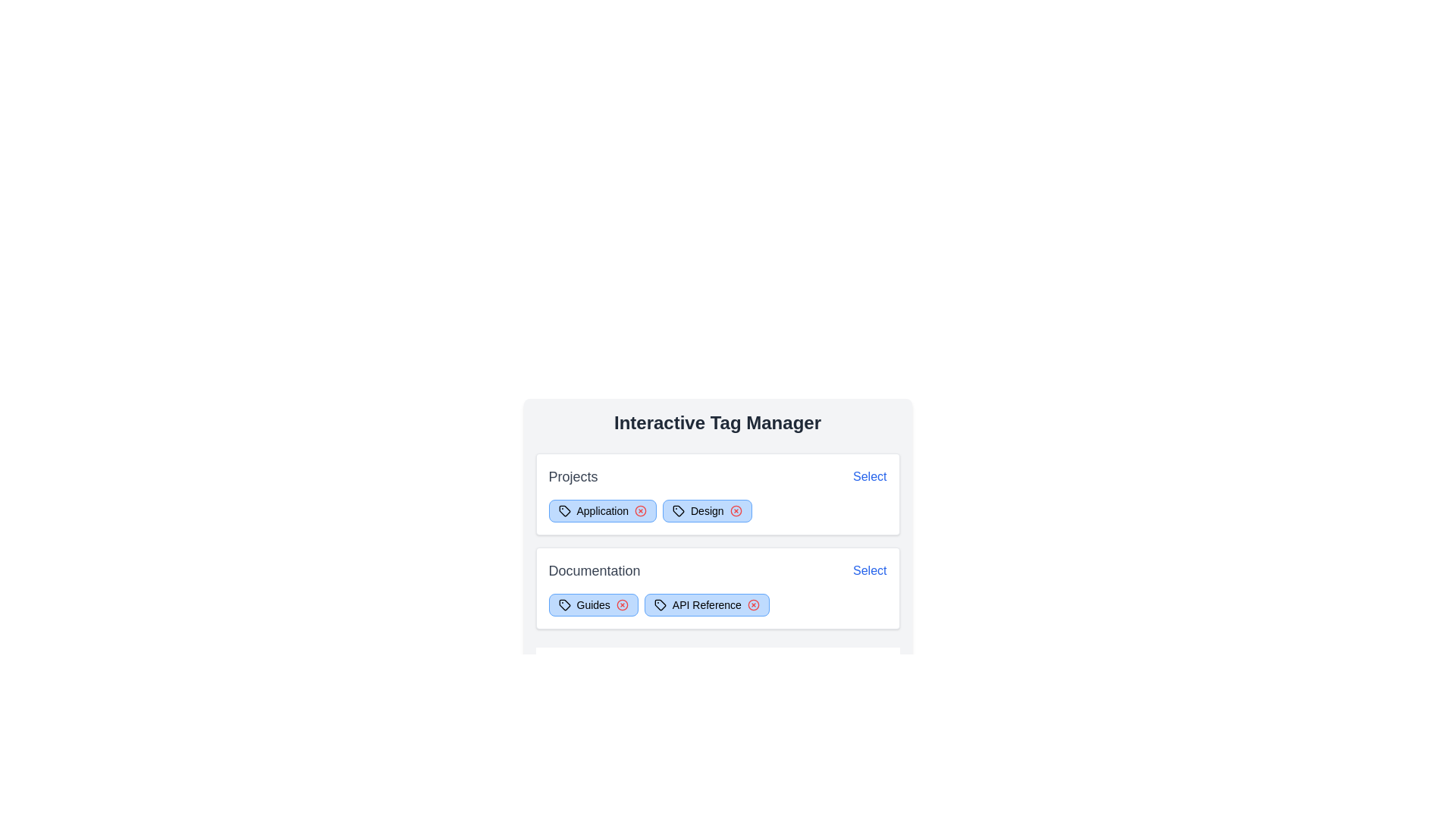 The image size is (1456, 819). What do you see at coordinates (677, 511) in the screenshot?
I see `the 'Design' button which contains a tag-shaped SVG icon with a circular dot inside, located in the 'Projects' section` at bounding box center [677, 511].